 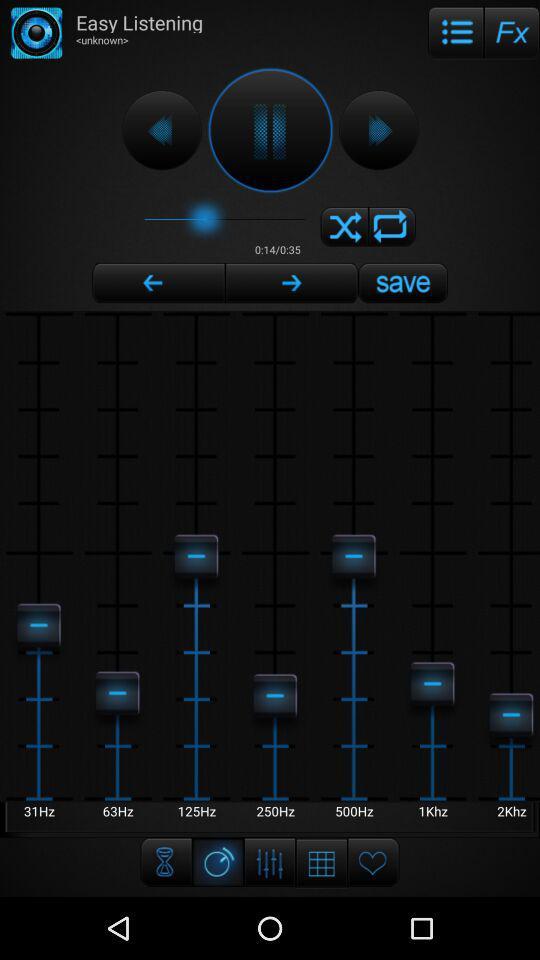 I want to click on the sliders icon, so click(x=270, y=922).